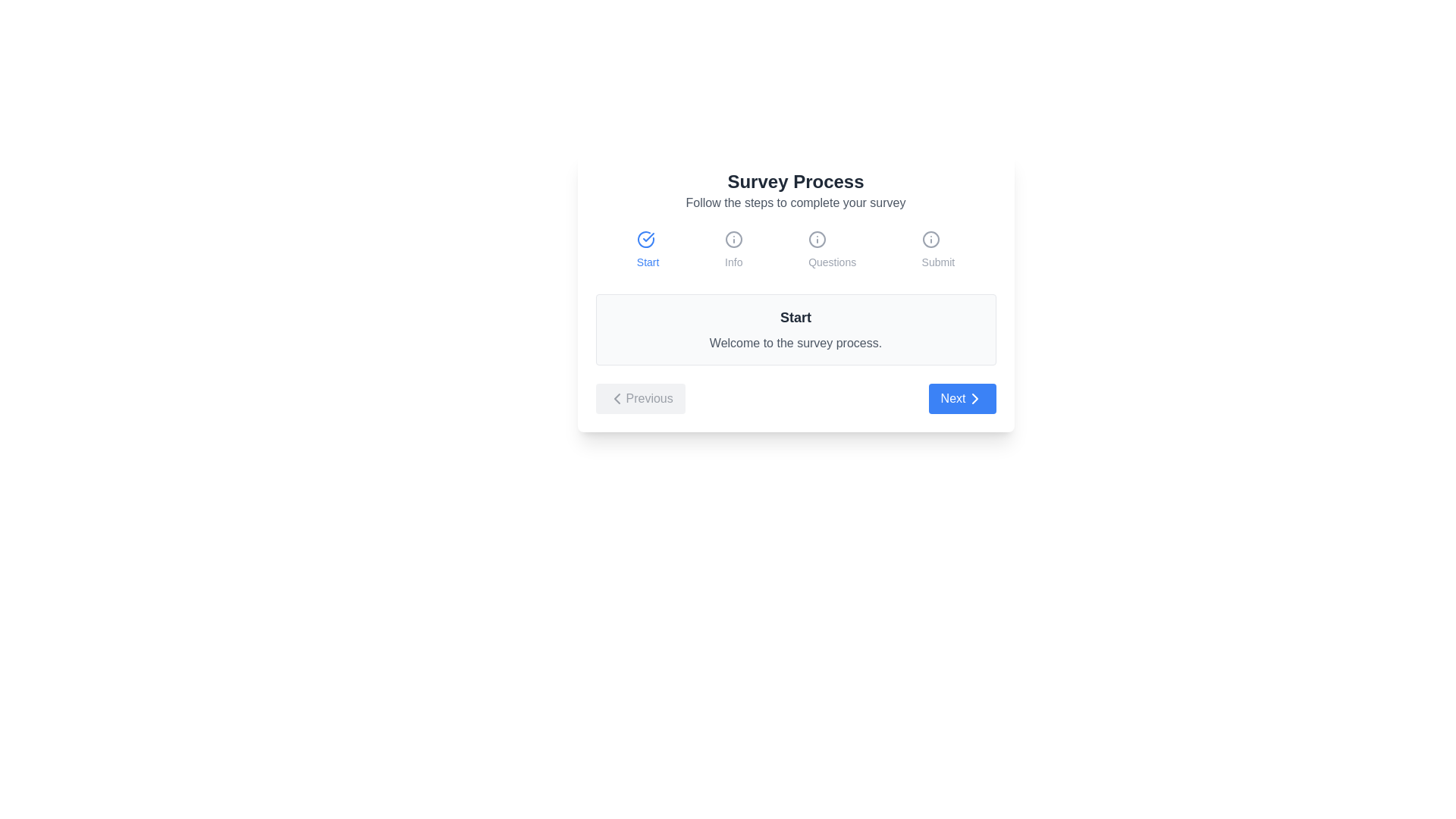 This screenshot has height=819, width=1456. I want to click on the circular base of the second step icon in the multi-step process bar represented by the SVG element, so click(817, 239).